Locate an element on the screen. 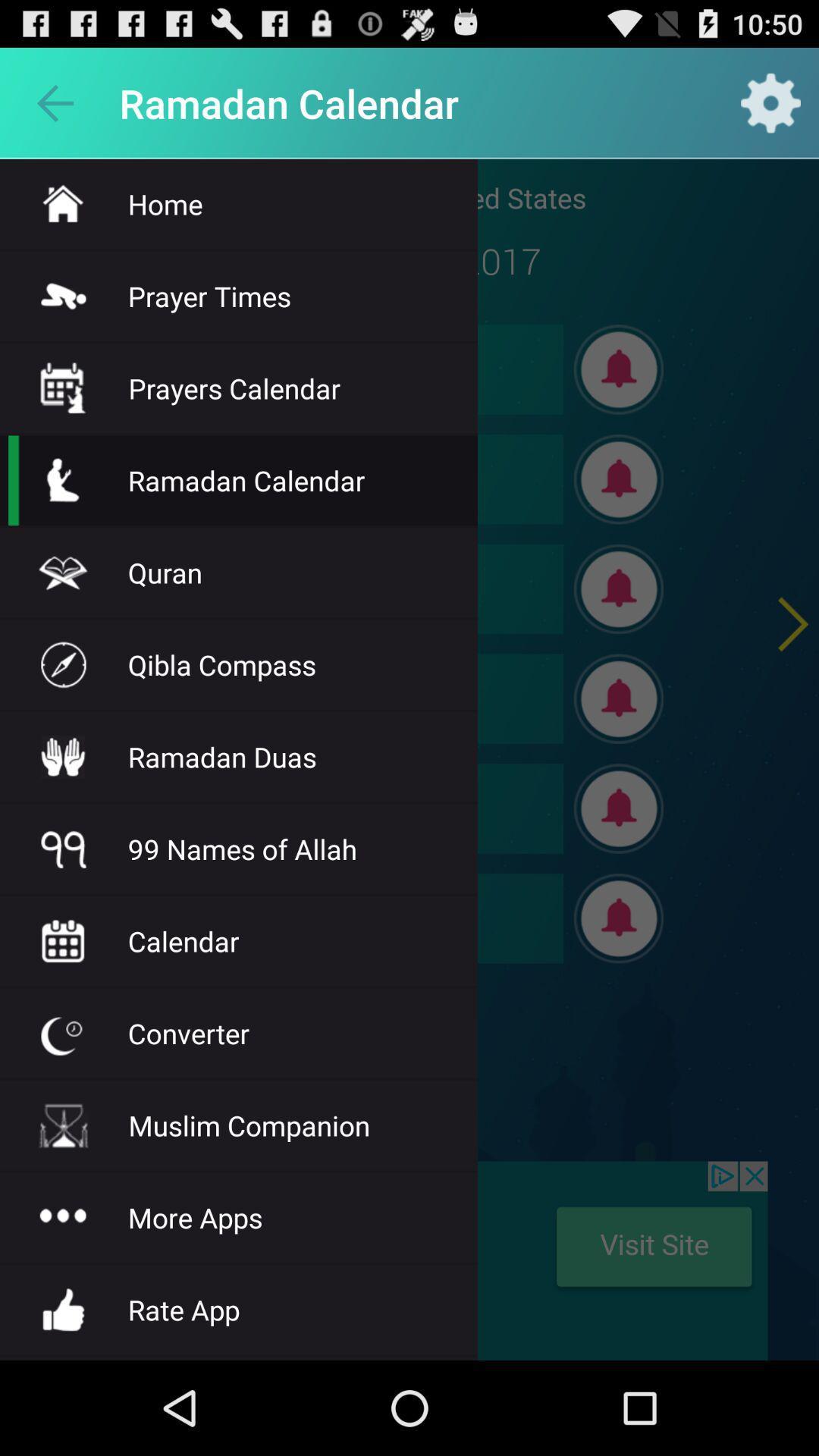 The width and height of the screenshot is (819, 1456). the notifications icon is located at coordinates (619, 748).